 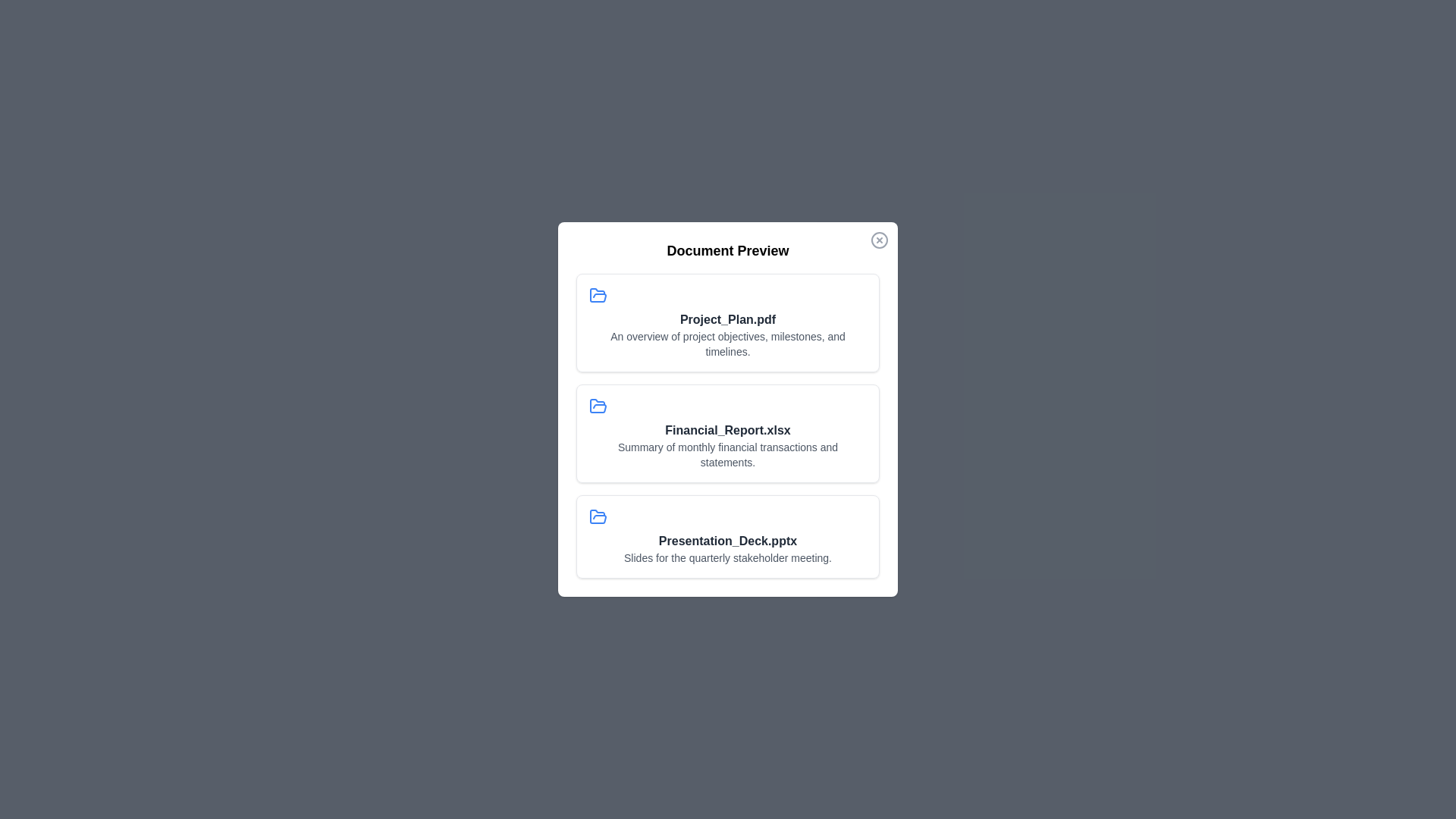 What do you see at coordinates (597, 406) in the screenshot?
I see `the icon associated with the document Financial_Report.xlsx to examine it visually` at bounding box center [597, 406].